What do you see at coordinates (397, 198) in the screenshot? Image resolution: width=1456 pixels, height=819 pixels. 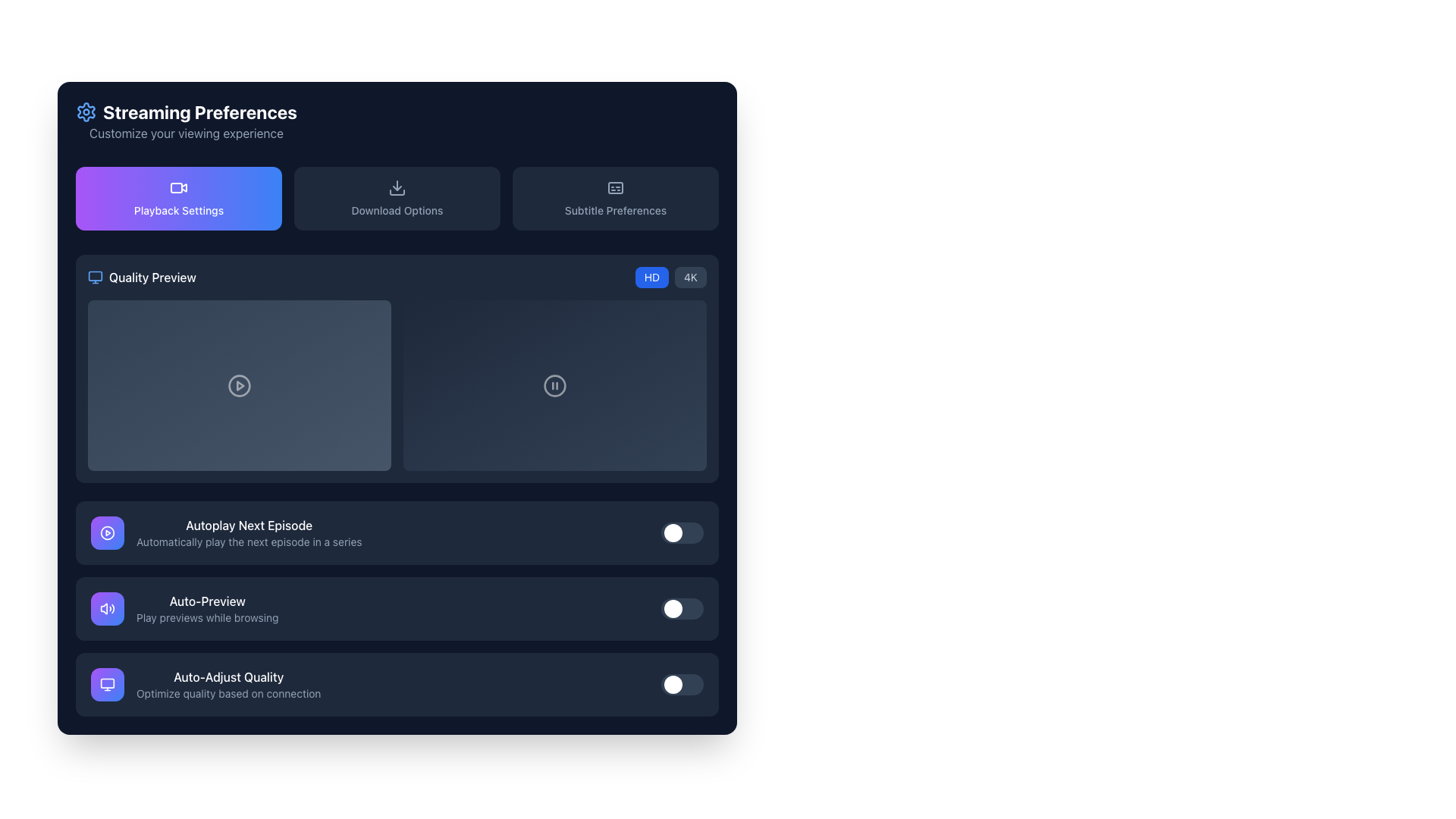 I see `the 'Download Options' button, which is the middle button among three horizontally aligned options in the 'Streaming Preferences' section` at bounding box center [397, 198].